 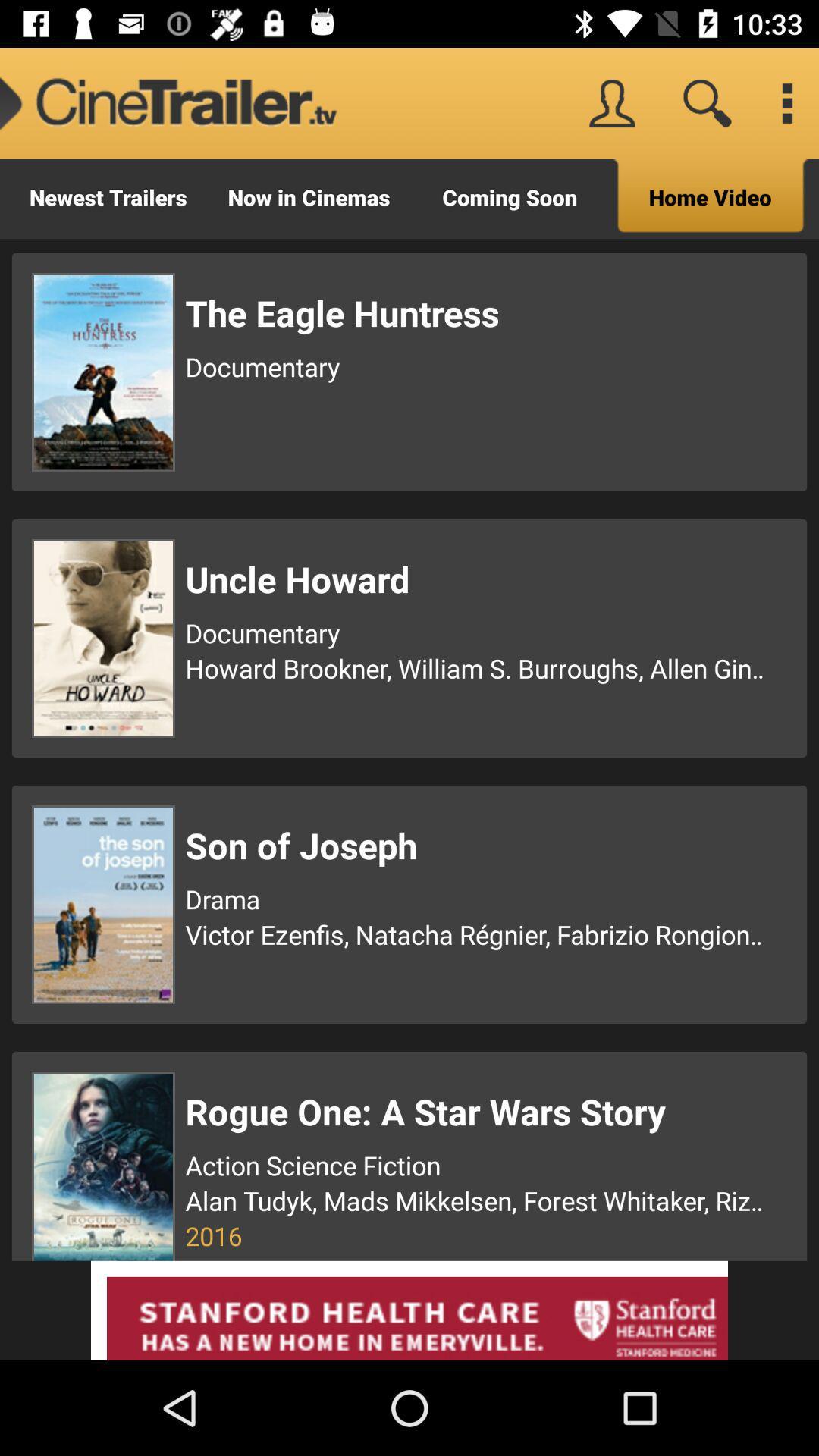 I want to click on the item below the drama, so click(x=476, y=934).